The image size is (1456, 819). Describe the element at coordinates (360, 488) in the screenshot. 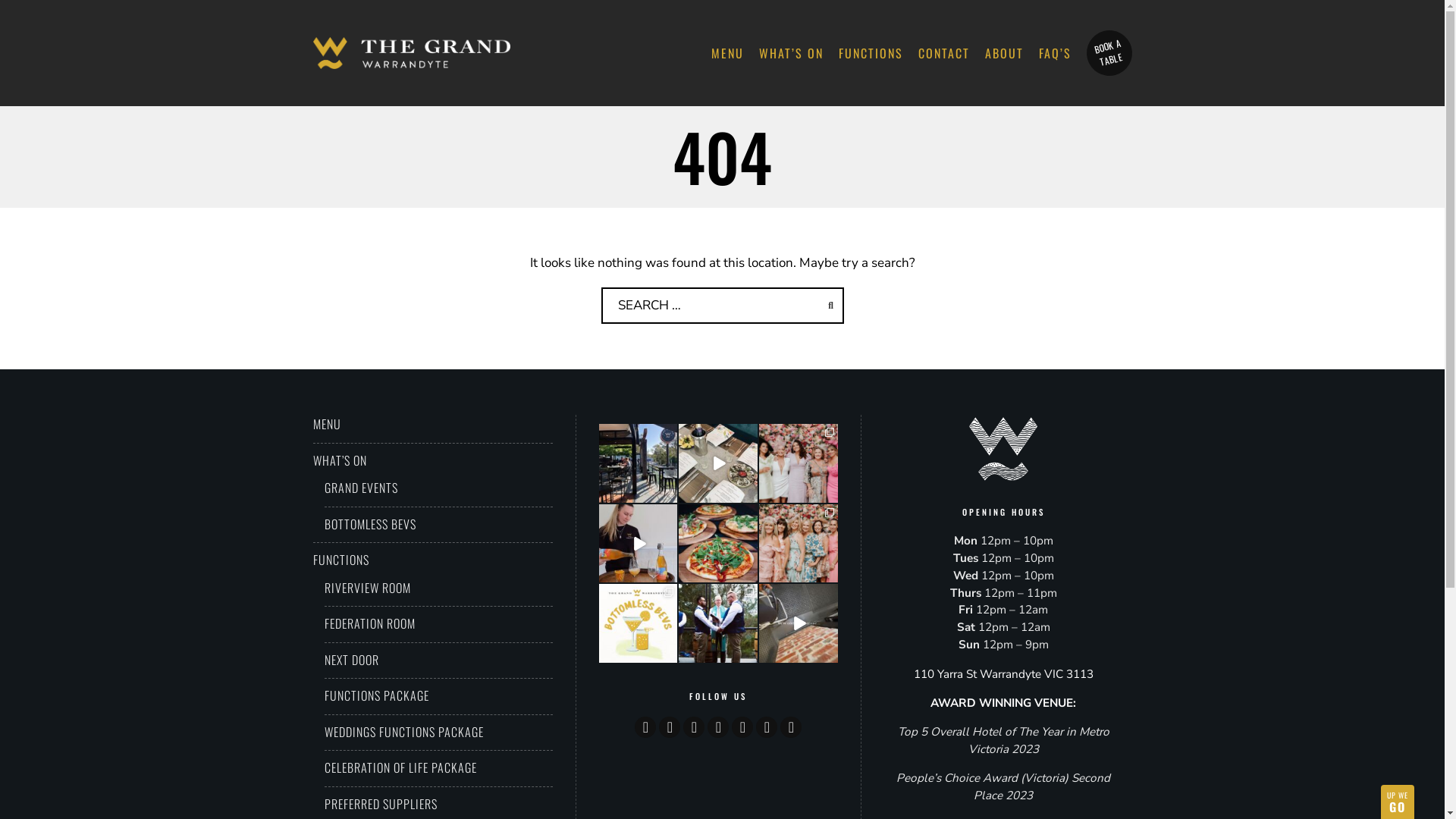

I see `'GRAND EVENTS'` at that location.